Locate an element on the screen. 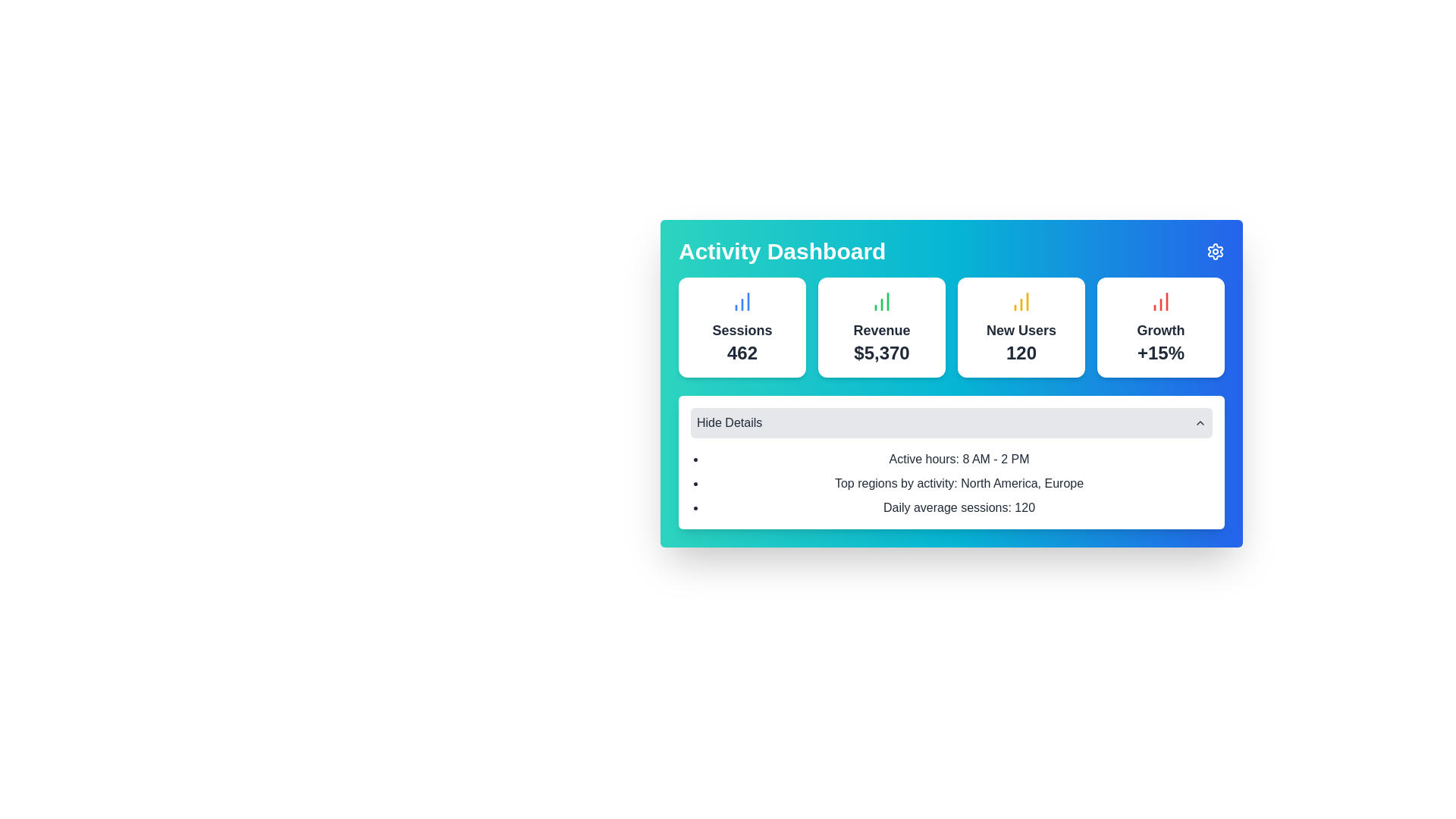  numerical count or metric value associated with the 'Sessions' label located at the bottom of the card labeled 'Sessions' in the top left corner is located at coordinates (742, 353).